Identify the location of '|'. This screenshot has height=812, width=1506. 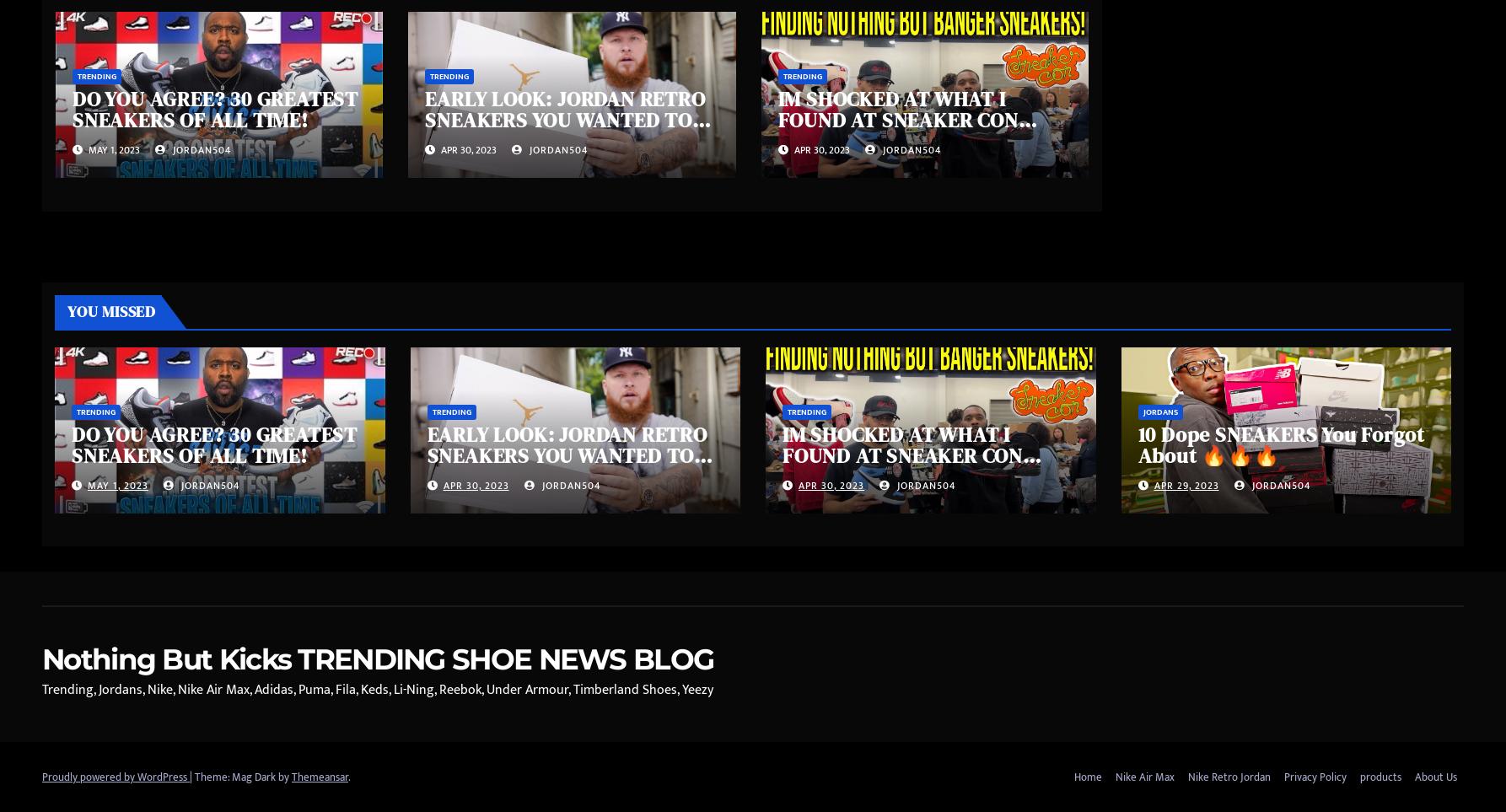
(191, 777).